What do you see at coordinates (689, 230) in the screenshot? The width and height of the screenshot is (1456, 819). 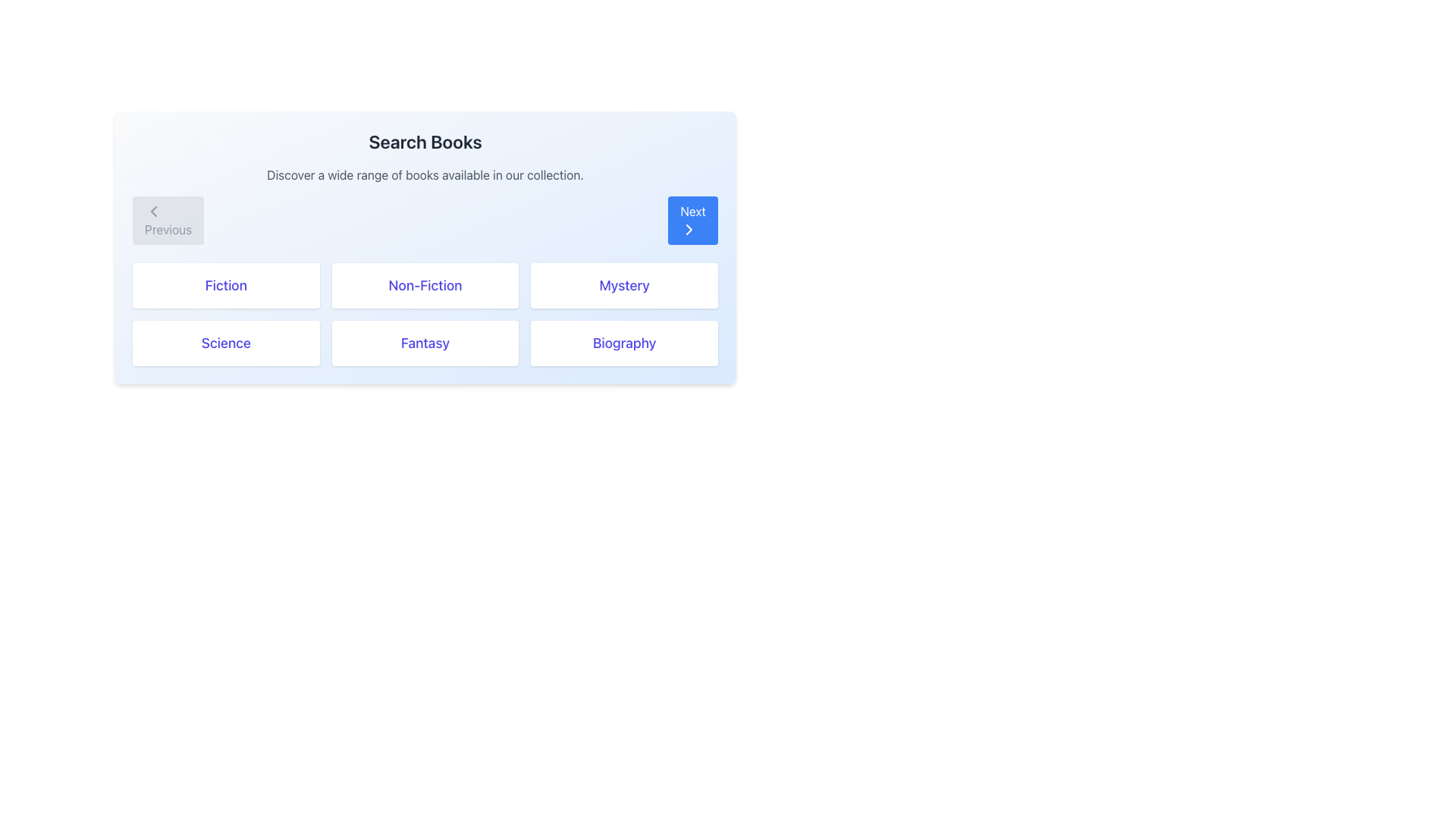 I see `the SVG chevron shape within the 'Next' button on the right side of the interface` at bounding box center [689, 230].